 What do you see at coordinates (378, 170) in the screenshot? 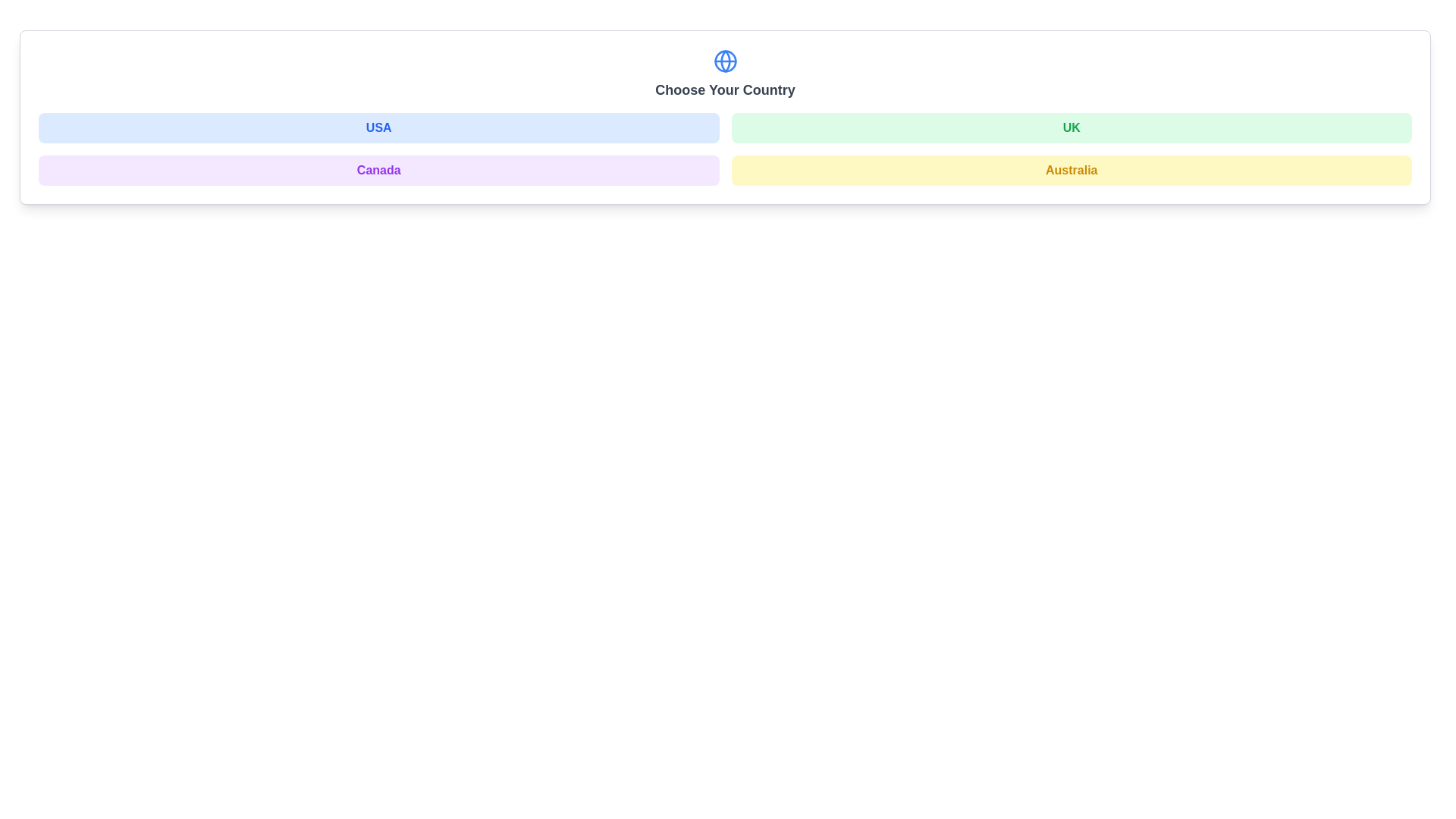
I see `the 'Canada' button, which contains the text label indicating its purpose` at bounding box center [378, 170].